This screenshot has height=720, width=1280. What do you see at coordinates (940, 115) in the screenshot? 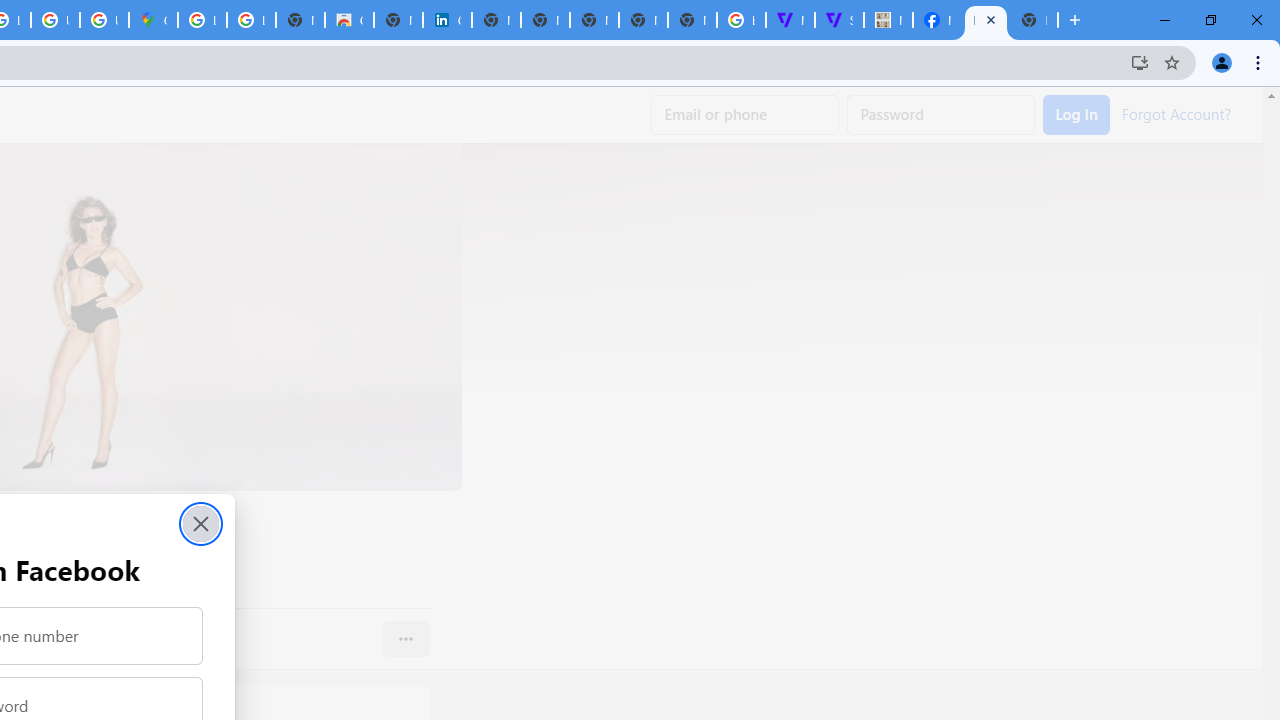
I see `'Password'` at bounding box center [940, 115].